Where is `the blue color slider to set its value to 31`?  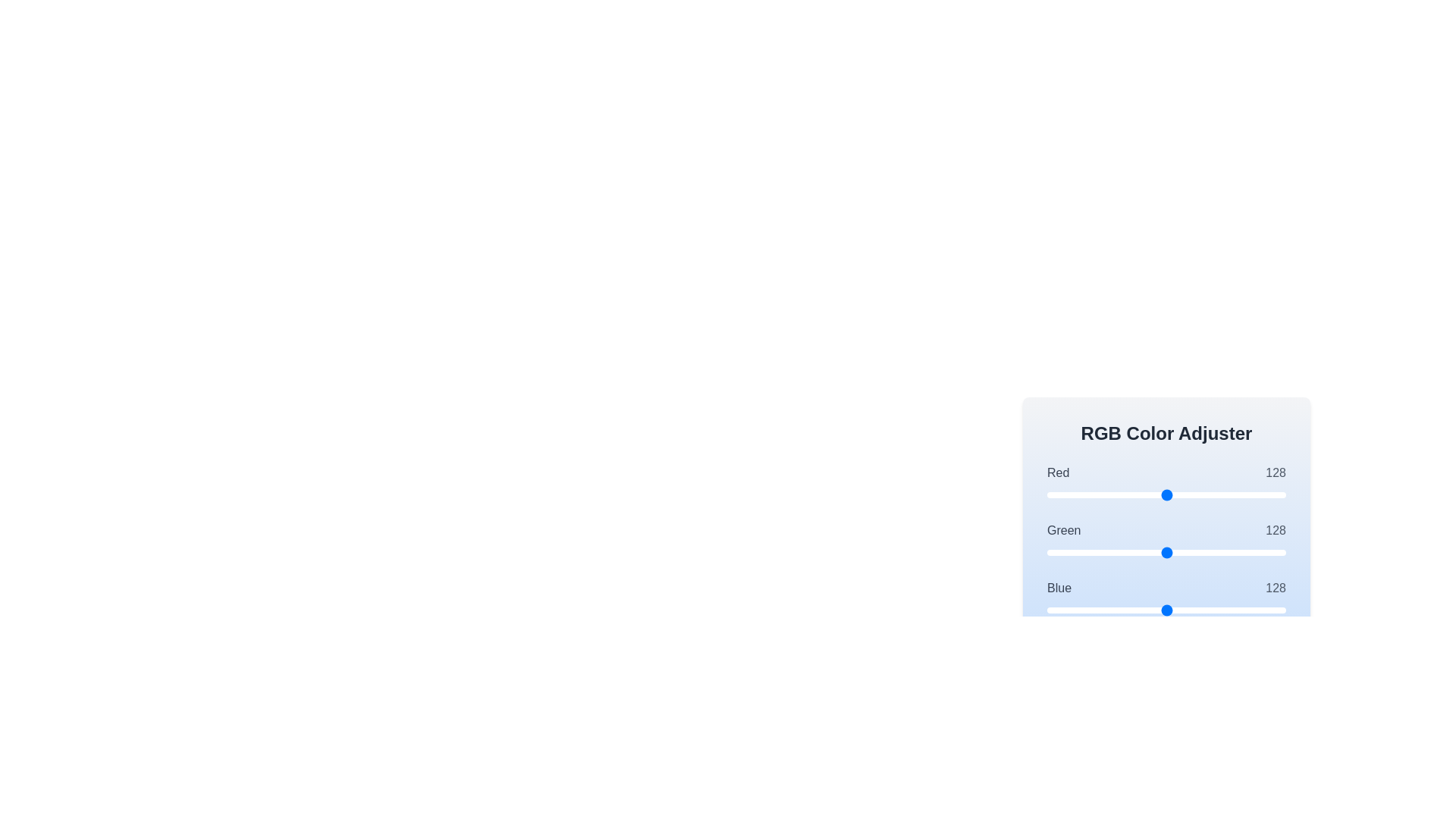
the blue color slider to set its value to 31 is located at coordinates (1075, 610).